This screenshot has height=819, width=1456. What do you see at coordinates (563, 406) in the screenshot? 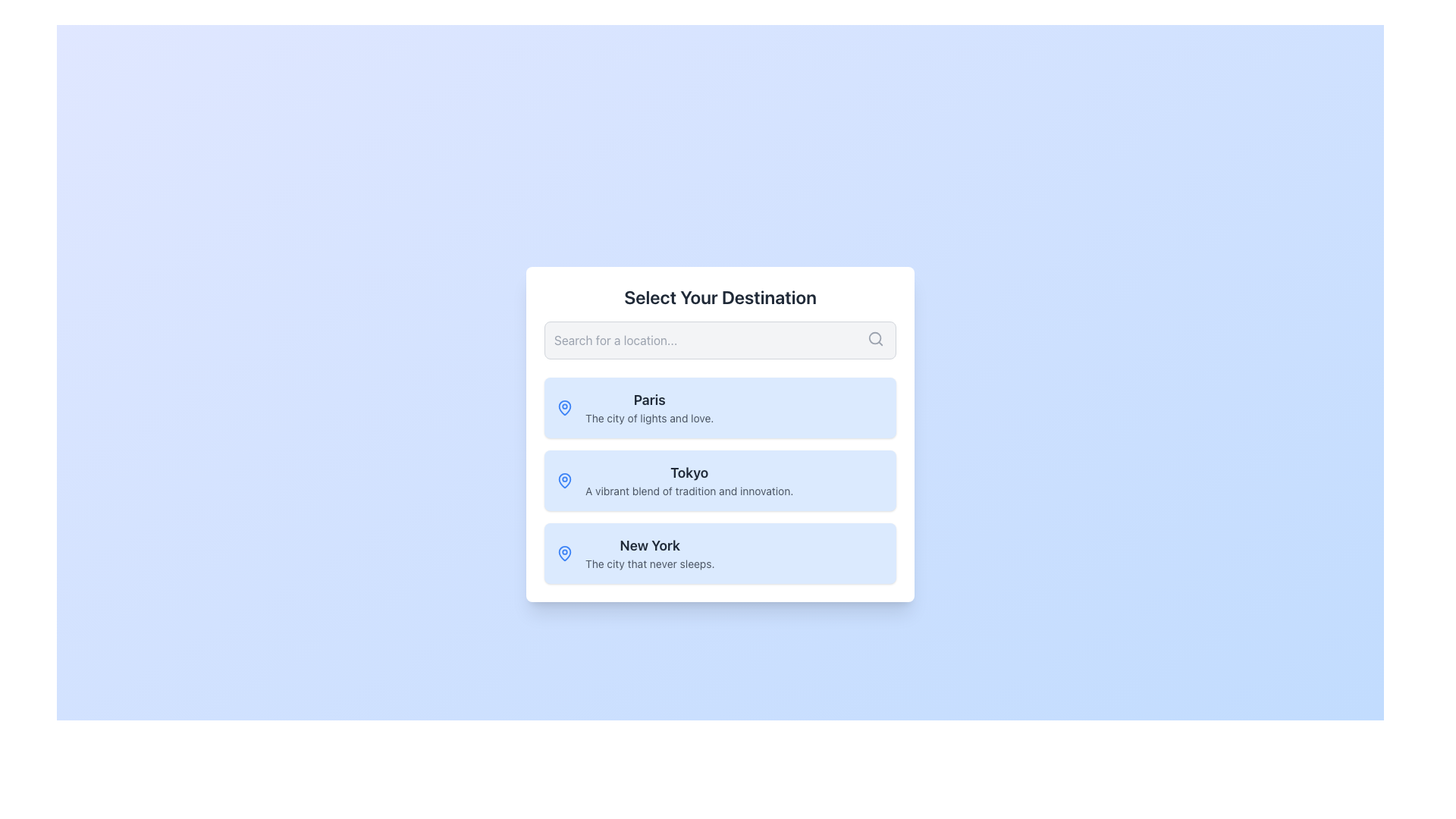
I see `the vibrant blue map pin icon located to the left of the text 'Paris'` at bounding box center [563, 406].